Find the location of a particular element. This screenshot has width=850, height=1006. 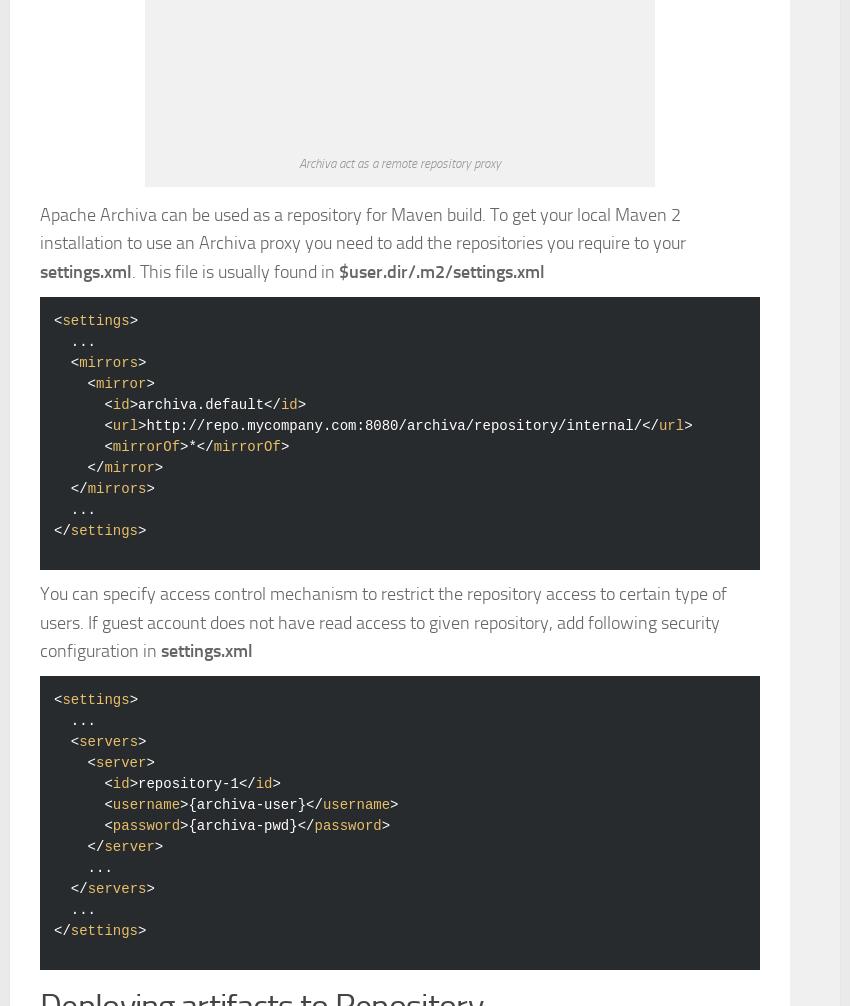

'Archiva act as a remote repository proxy' is located at coordinates (299, 441).